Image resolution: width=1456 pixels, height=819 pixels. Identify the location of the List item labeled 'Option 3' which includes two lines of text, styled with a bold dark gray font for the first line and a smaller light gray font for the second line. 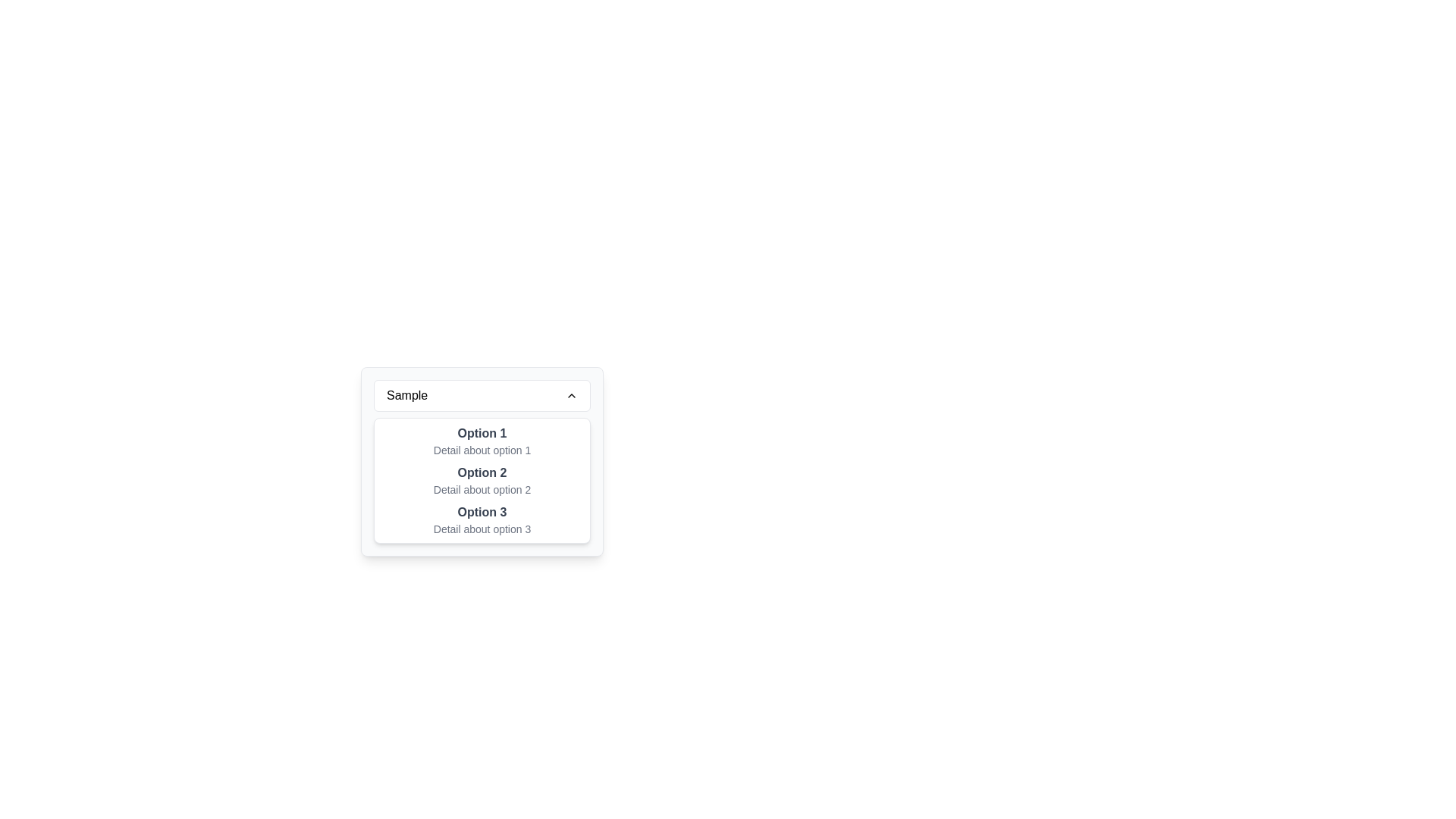
(481, 519).